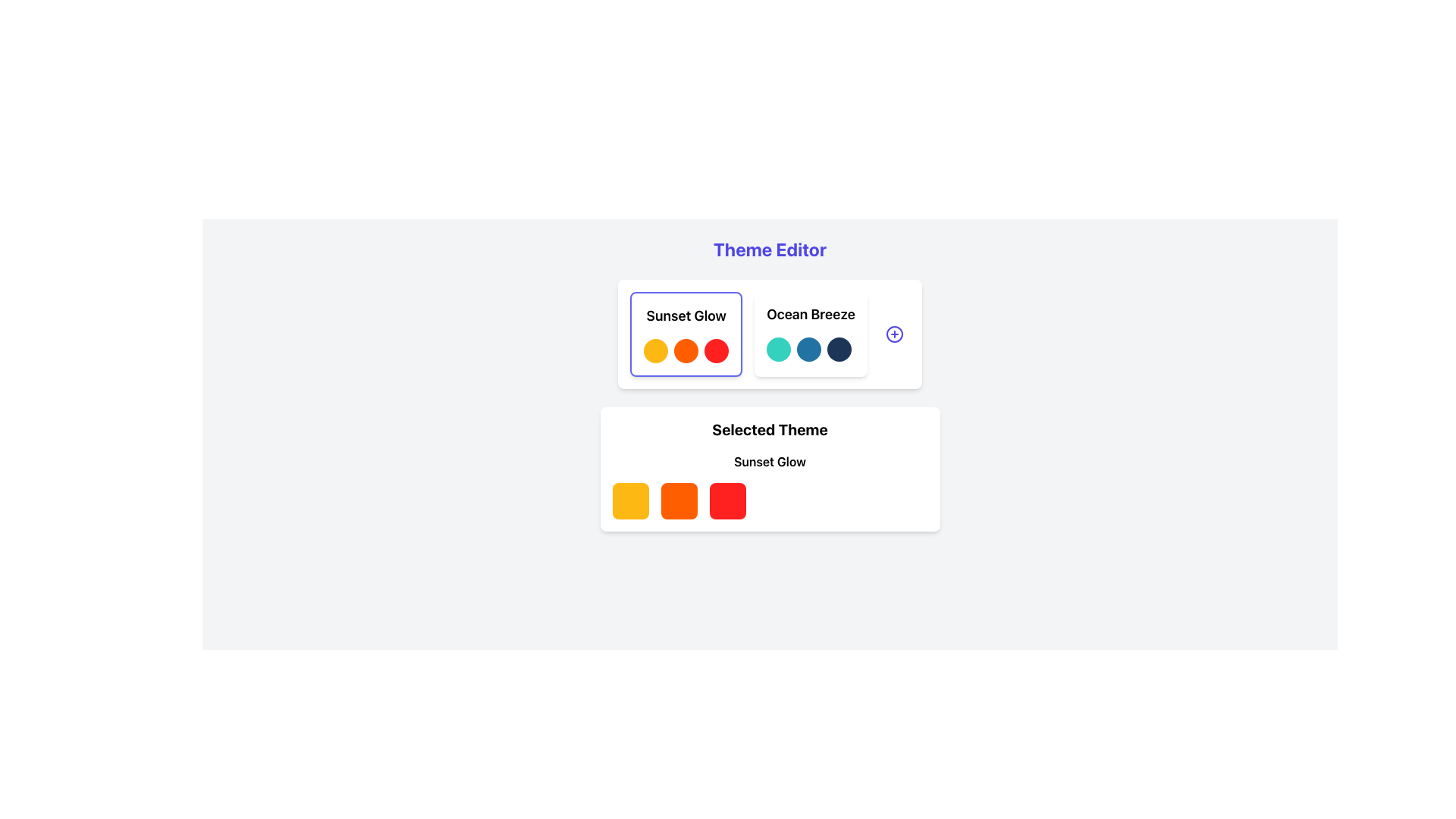  What do you see at coordinates (779, 350) in the screenshot?
I see `the first teal circular decorative element in the horizontal sequence located on the right side of the 'Ocean Breeze' card` at bounding box center [779, 350].